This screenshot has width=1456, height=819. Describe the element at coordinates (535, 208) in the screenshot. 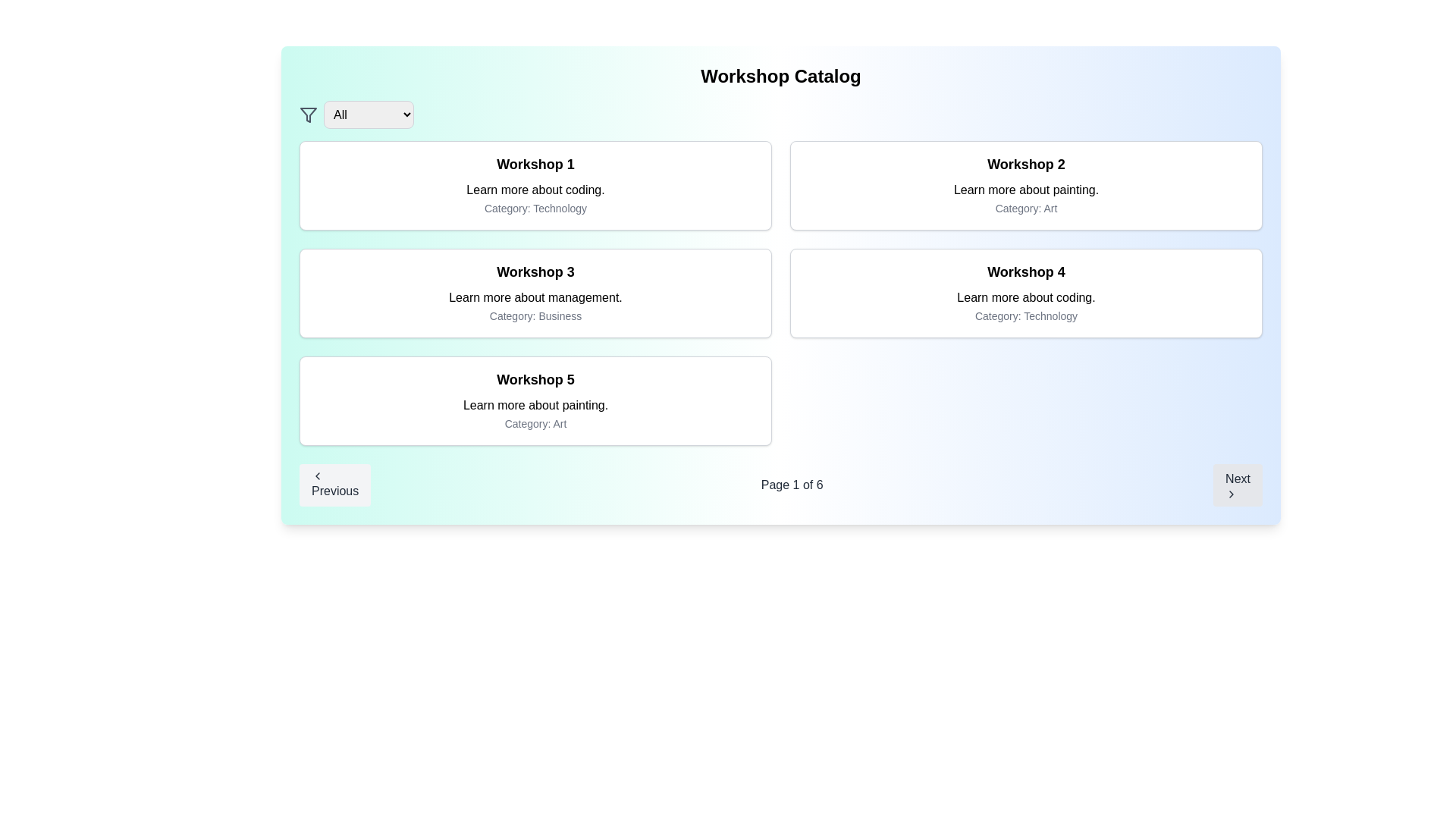

I see `the text label displaying 'Category: Technology', which is located at the bottom of the first card in the grid layout, under the workshop description` at that location.